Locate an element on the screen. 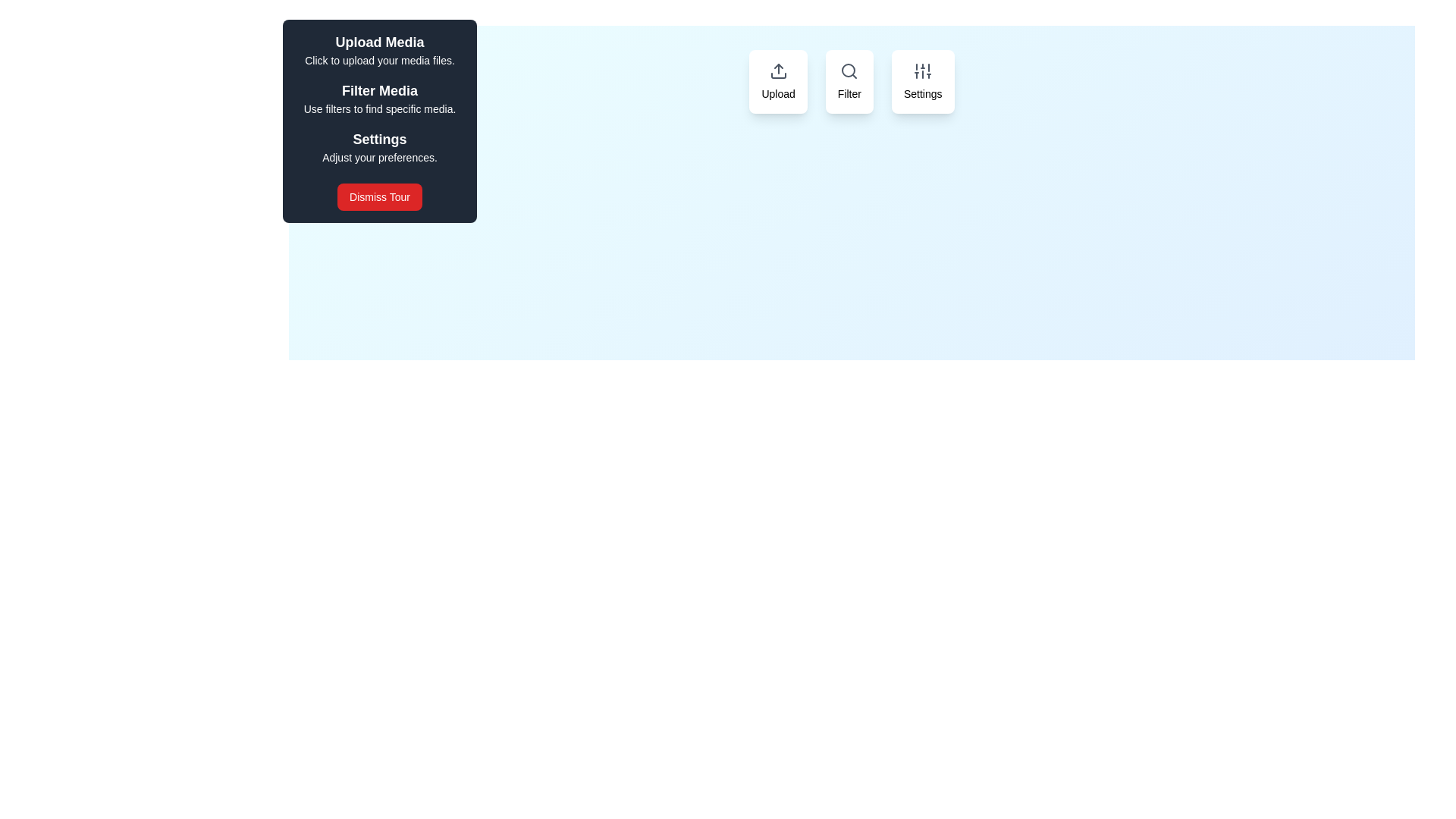  the static text element that serves as the header for the section, located above the text 'Click to upload your media files.' is located at coordinates (379, 42).